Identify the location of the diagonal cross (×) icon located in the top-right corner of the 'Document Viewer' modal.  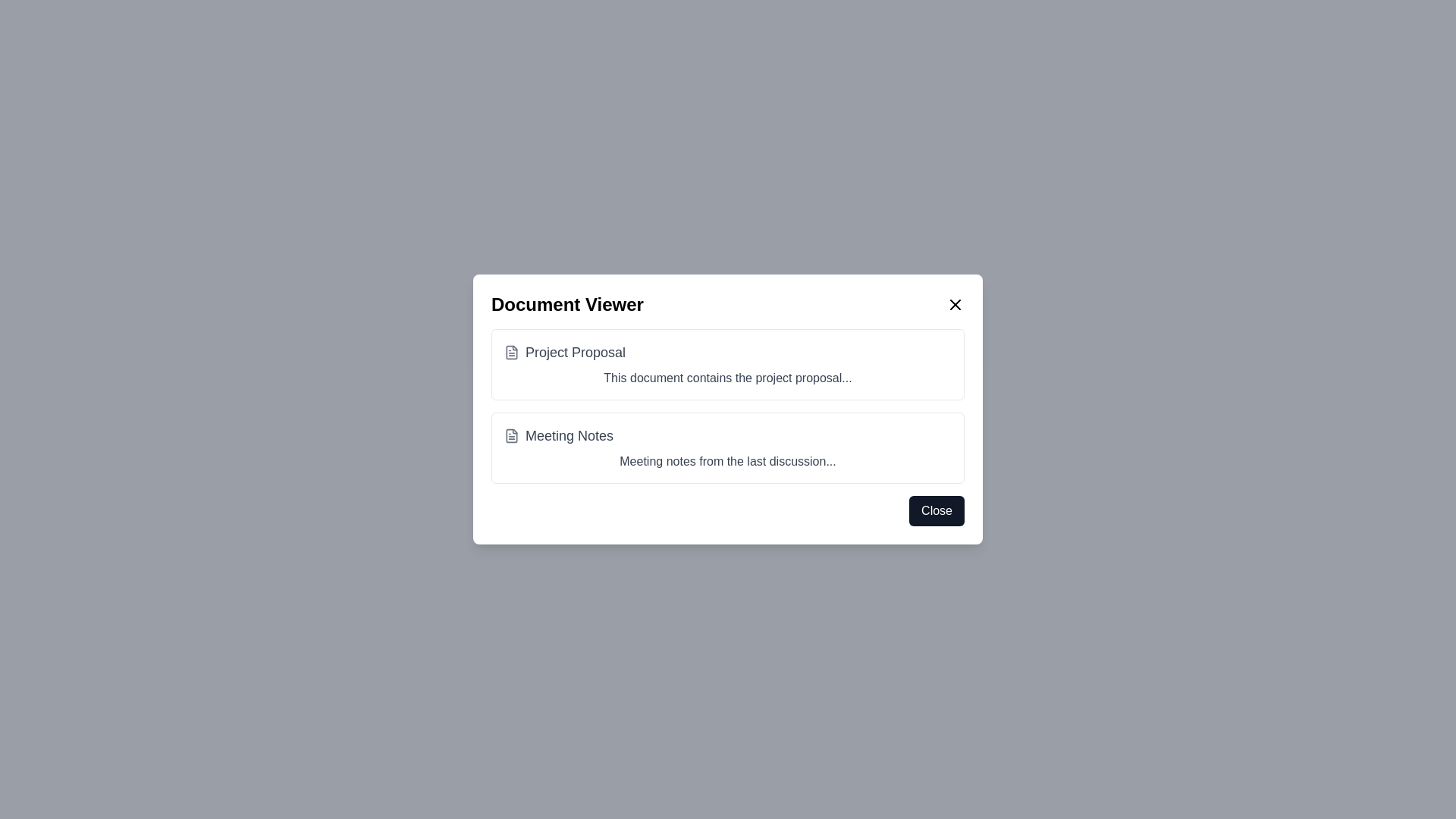
(954, 304).